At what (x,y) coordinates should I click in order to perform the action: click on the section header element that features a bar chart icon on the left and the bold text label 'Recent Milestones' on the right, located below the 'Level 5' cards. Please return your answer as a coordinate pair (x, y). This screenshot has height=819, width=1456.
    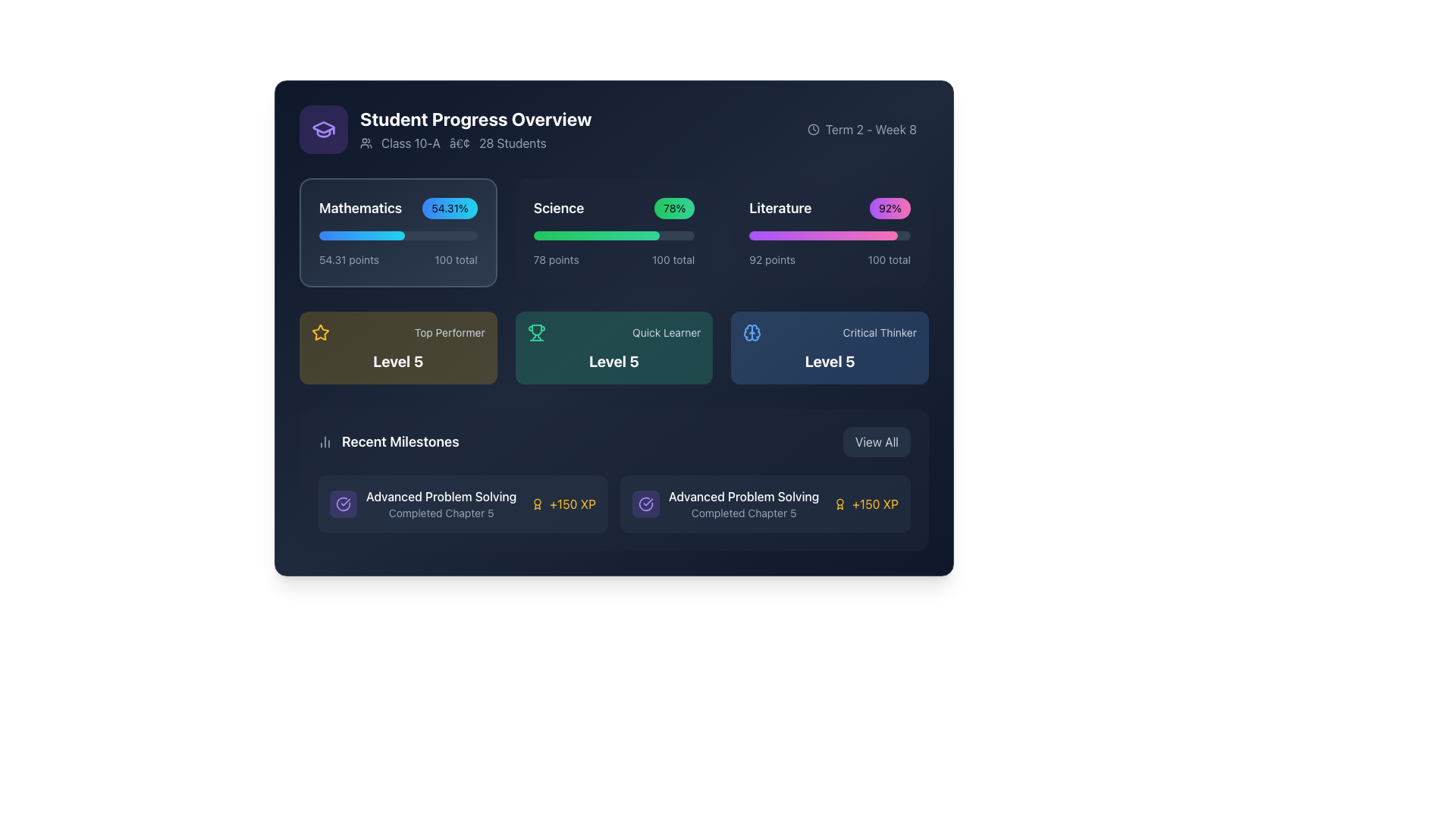
    Looking at the image, I should click on (388, 441).